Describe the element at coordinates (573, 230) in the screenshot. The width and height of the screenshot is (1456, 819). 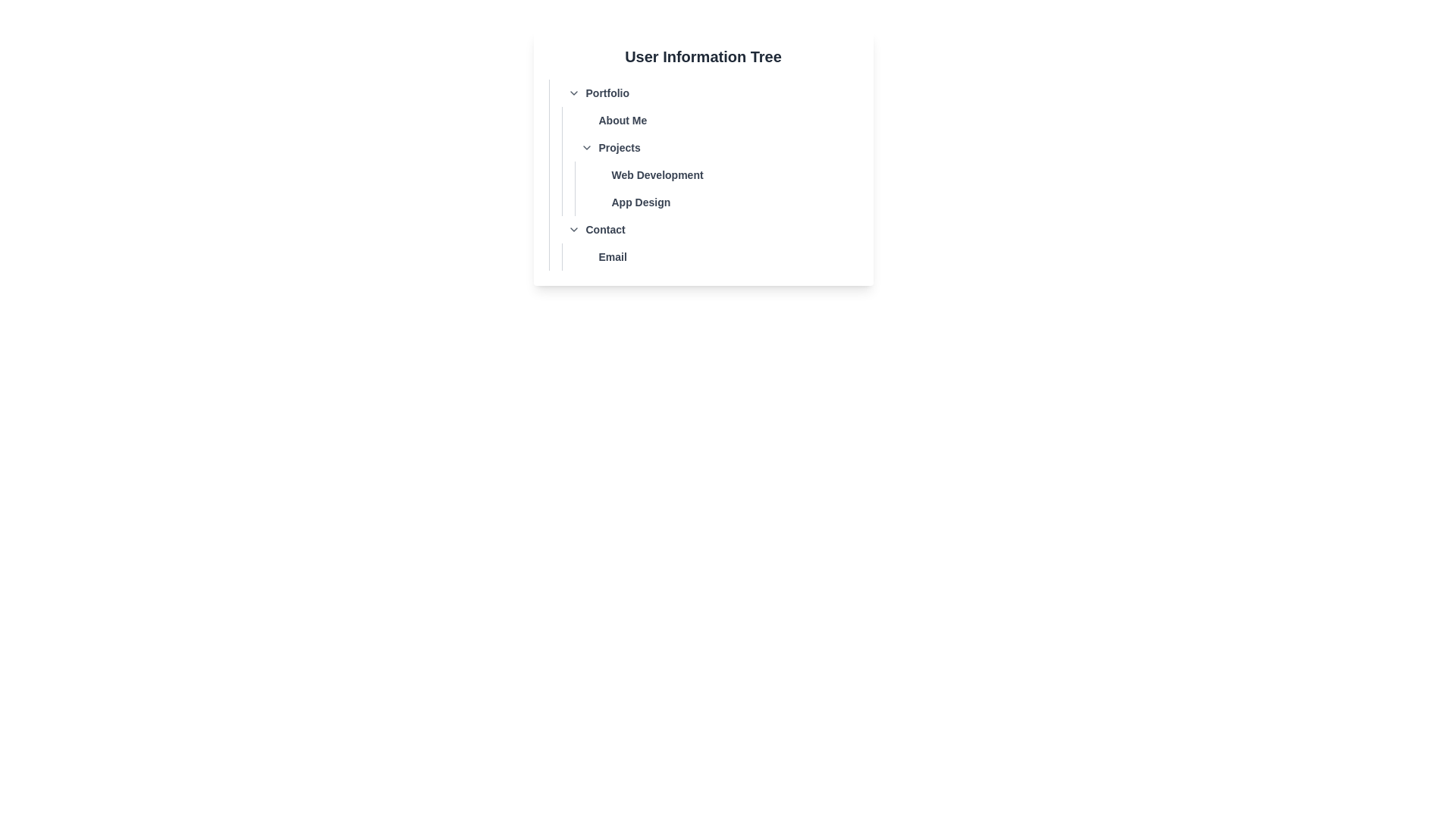
I see `the chevron dropdown indicator icon located to the left of the 'Contact' text` at that location.